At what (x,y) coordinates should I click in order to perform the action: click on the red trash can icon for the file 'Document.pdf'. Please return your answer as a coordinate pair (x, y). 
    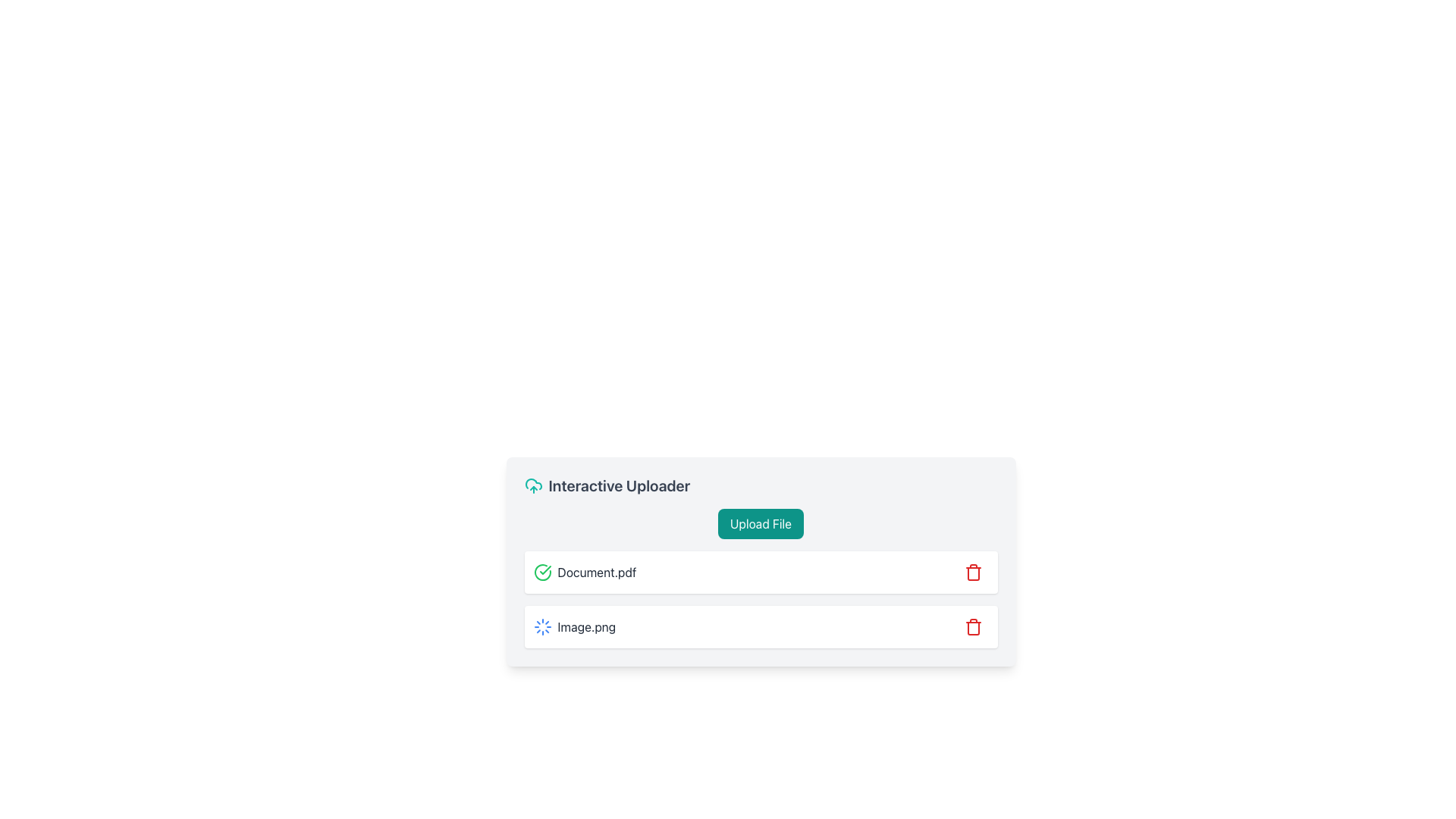
    Looking at the image, I should click on (973, 573).